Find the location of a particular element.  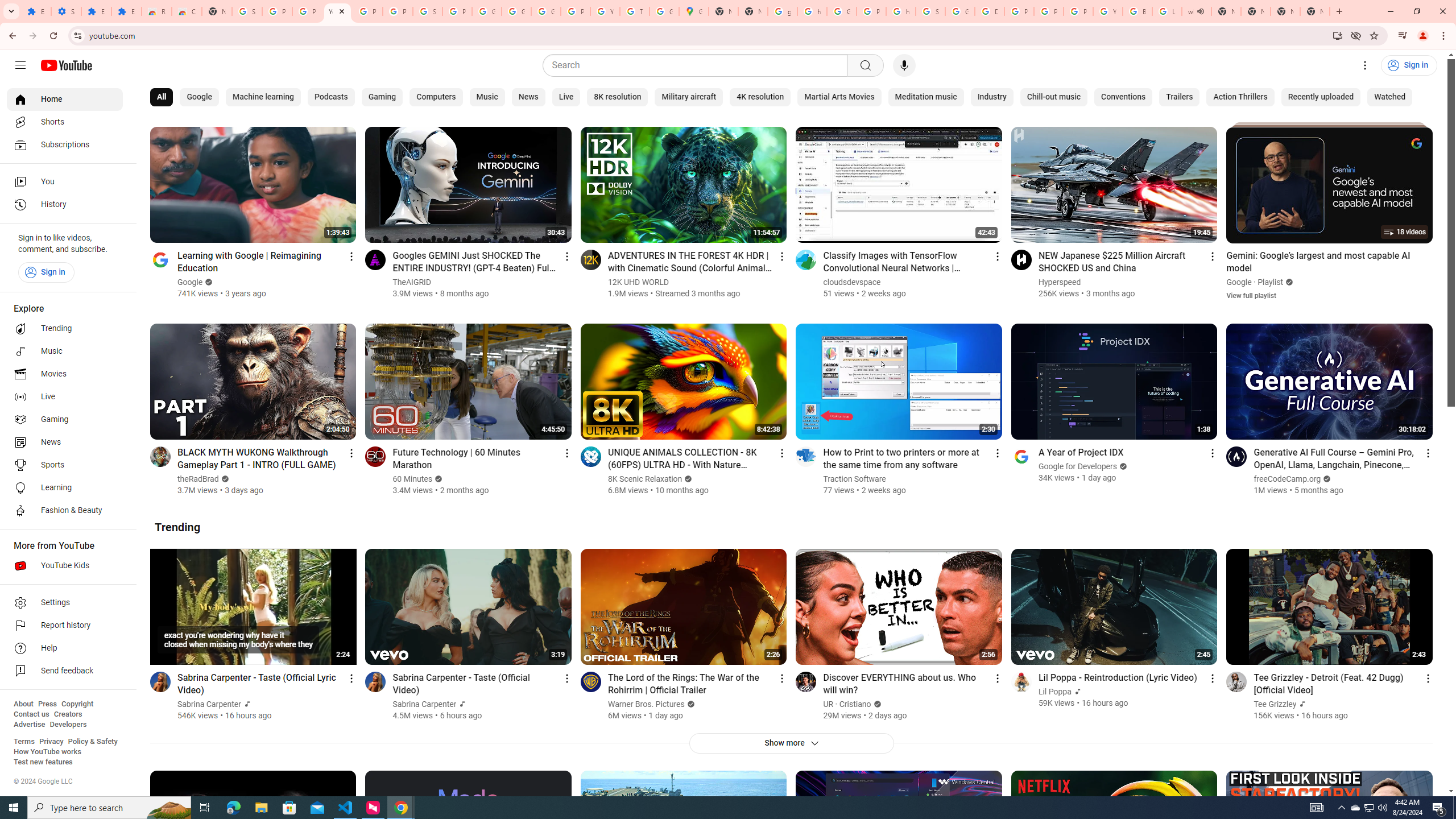

'Policy & Safety' is located at coordinates (92, 741).